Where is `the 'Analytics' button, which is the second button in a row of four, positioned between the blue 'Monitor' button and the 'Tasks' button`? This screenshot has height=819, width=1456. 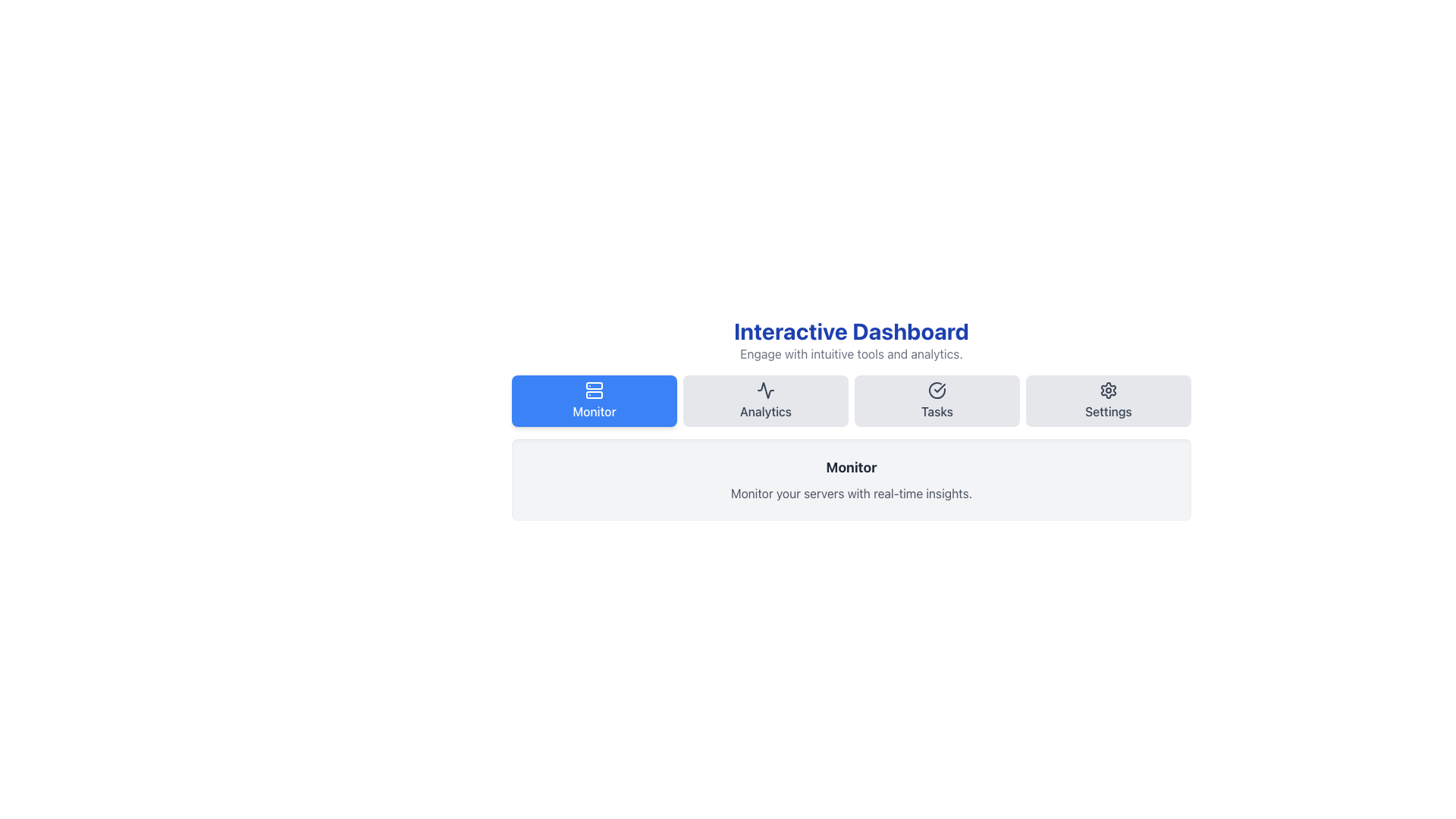 the 'Analytics' button, which is the second button in a row of four, positioned between the blue 'Monitor' button and the 'Tasks' button is located at coordinates (765, 400).